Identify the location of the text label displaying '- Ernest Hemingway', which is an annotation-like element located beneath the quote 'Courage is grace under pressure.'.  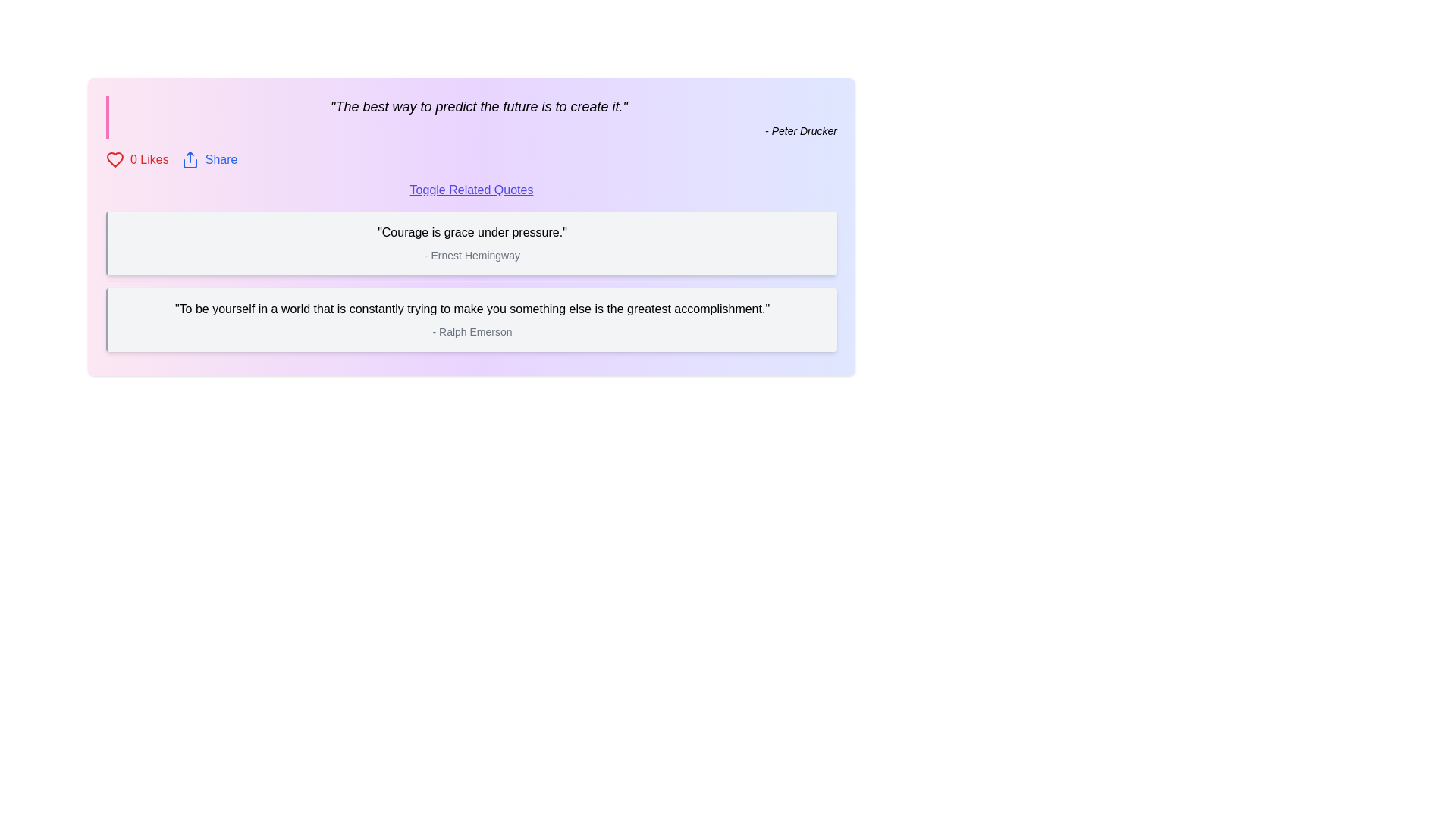
(472, 254).